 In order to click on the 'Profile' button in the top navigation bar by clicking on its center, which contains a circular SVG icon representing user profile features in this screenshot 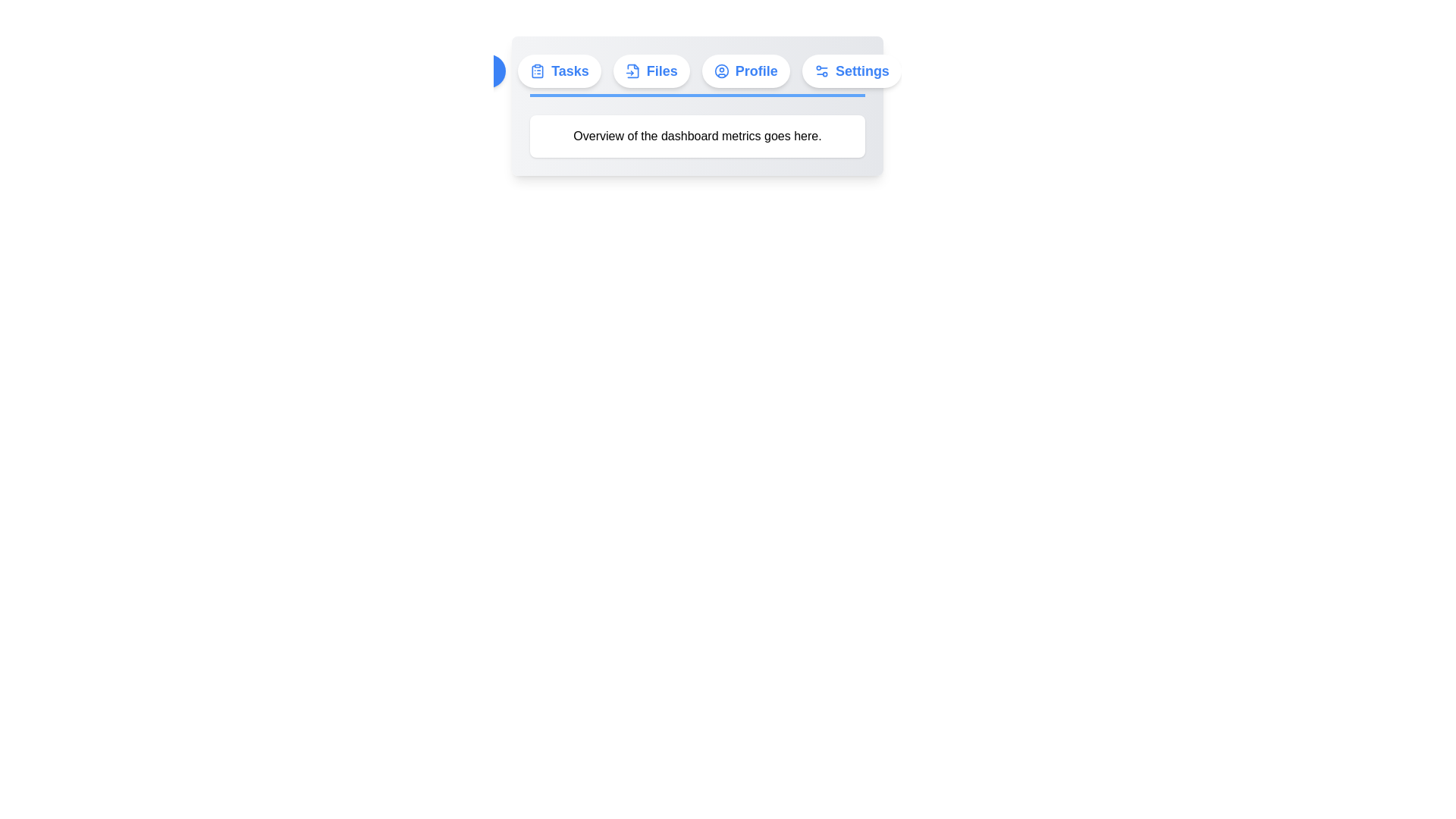, I will do `click(720, 71)`.